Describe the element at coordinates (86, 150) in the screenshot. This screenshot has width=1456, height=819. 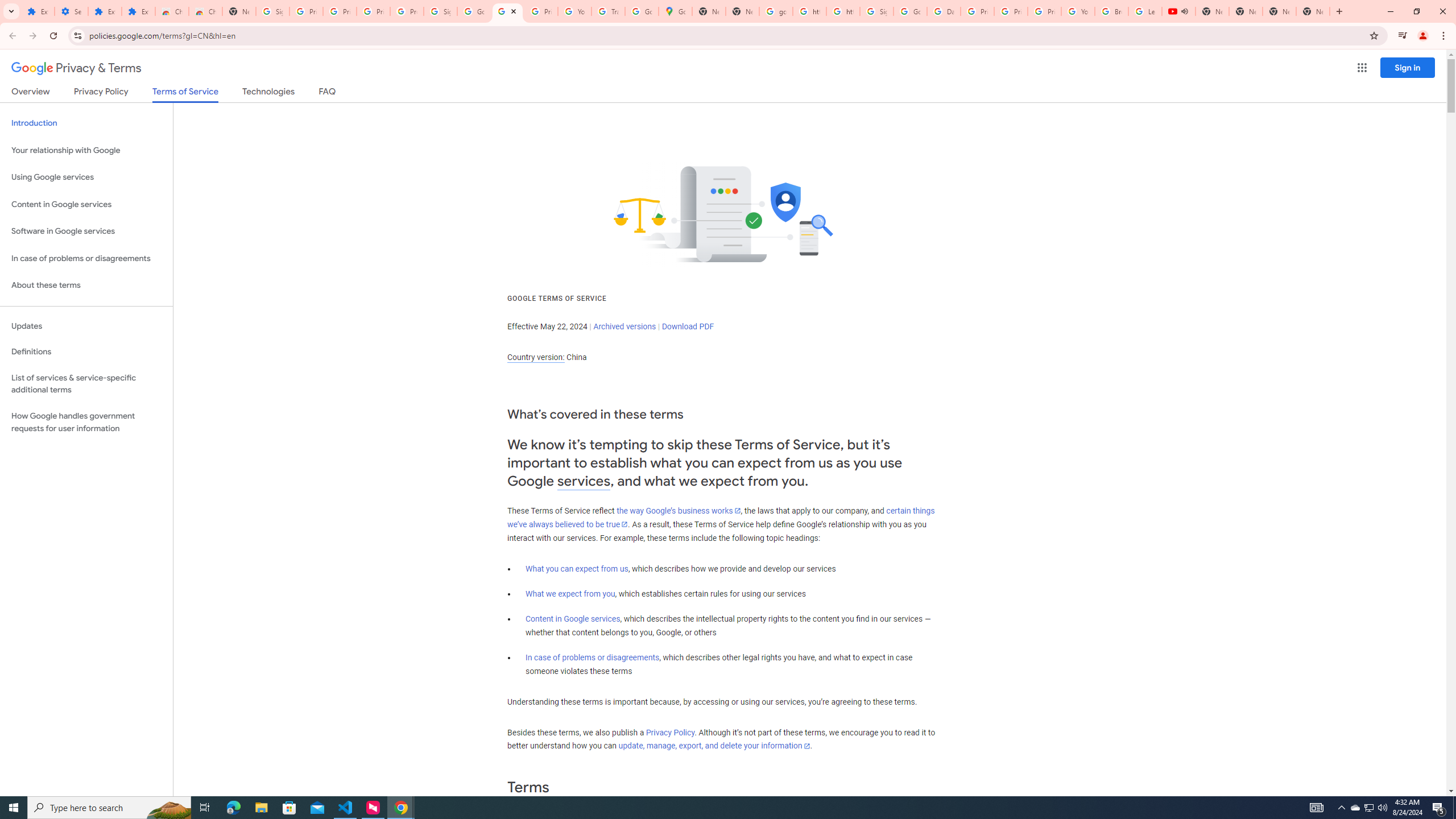
I see `'Your relationship with Google'` at that location.